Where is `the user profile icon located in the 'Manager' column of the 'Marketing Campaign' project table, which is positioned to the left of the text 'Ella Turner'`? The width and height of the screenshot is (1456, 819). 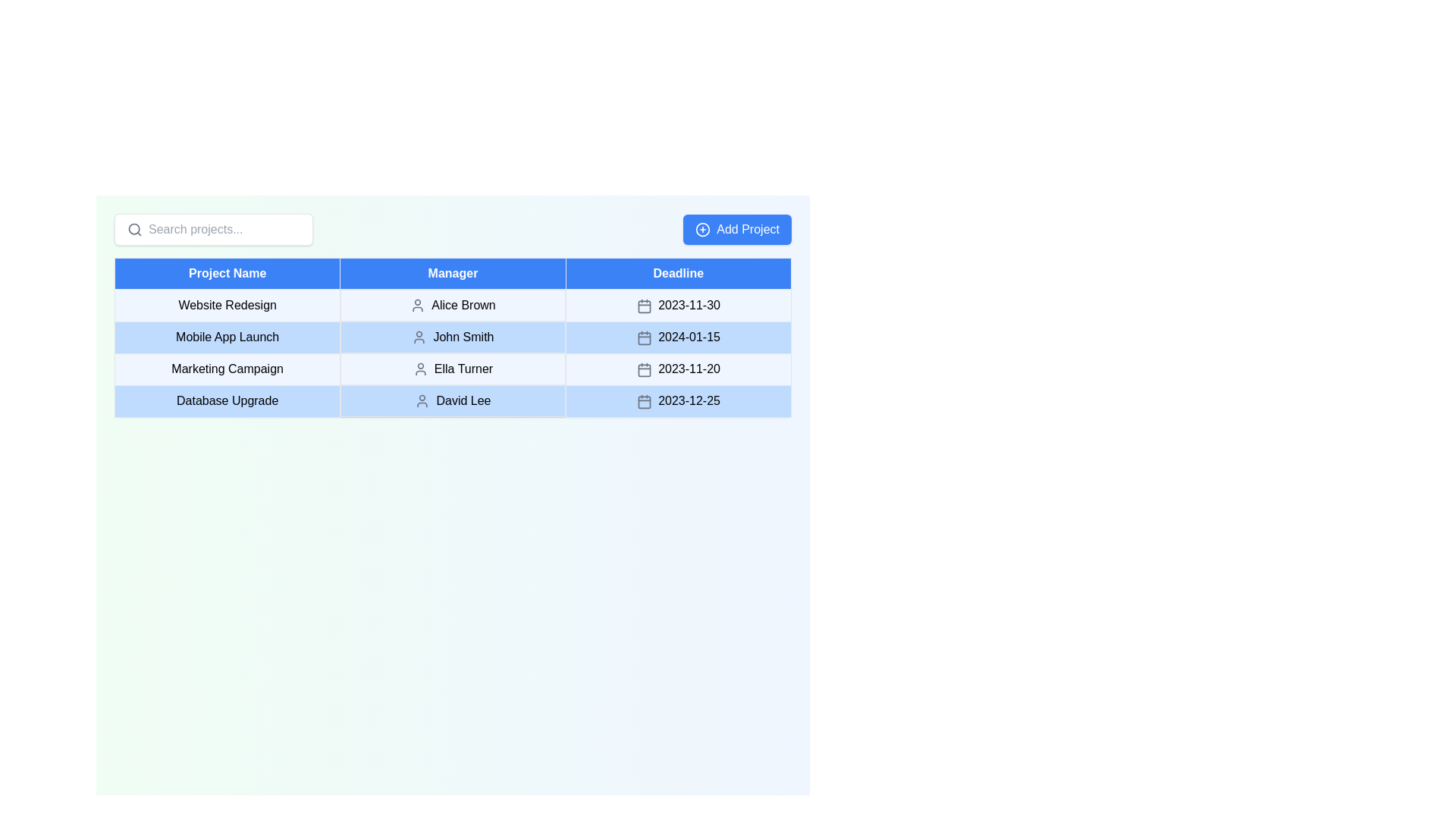
the user profile icon located in the 'Manager' column of the 'Marketing Campaign' project table, which is positioned to the left of the text 'Ella Turner' is located at coordinates (420, 369).